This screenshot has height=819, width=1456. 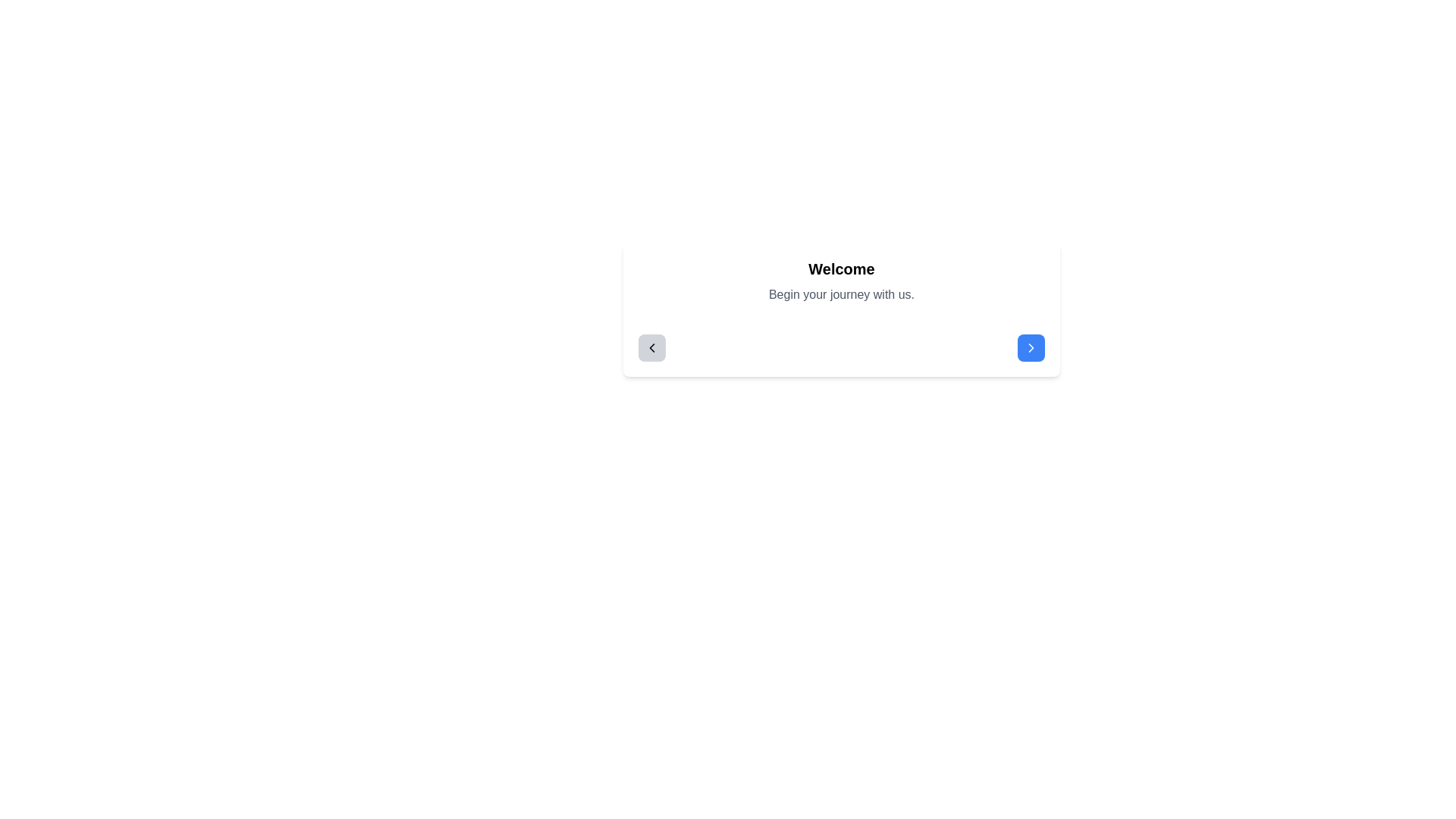 What do you see at coordinates (840, 295) in the screenshot?
I see `the static text element displaying the message 'Begin your journey with us.' which is styled in gray and located below the bold 'Welcome' text` at bounding box center [840, 295].